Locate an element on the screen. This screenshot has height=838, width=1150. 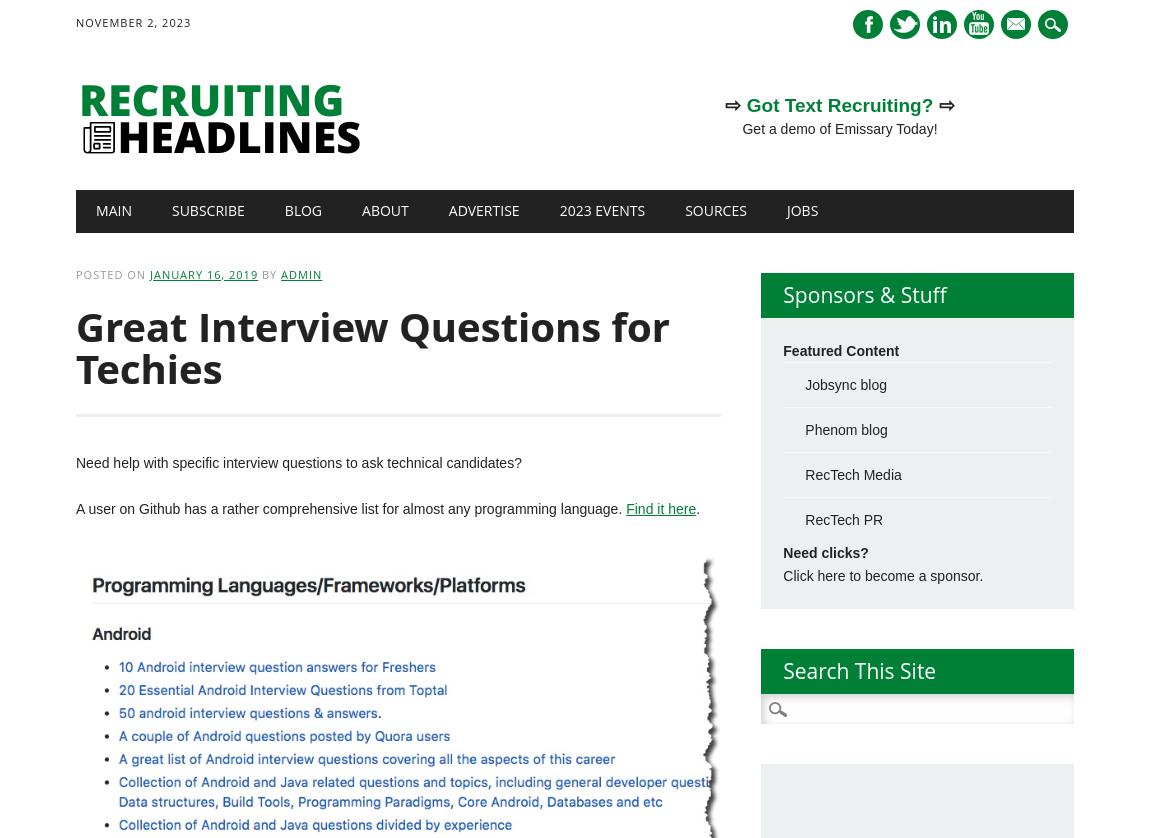
'RecTech Media' is located at coordinates (851, 474).